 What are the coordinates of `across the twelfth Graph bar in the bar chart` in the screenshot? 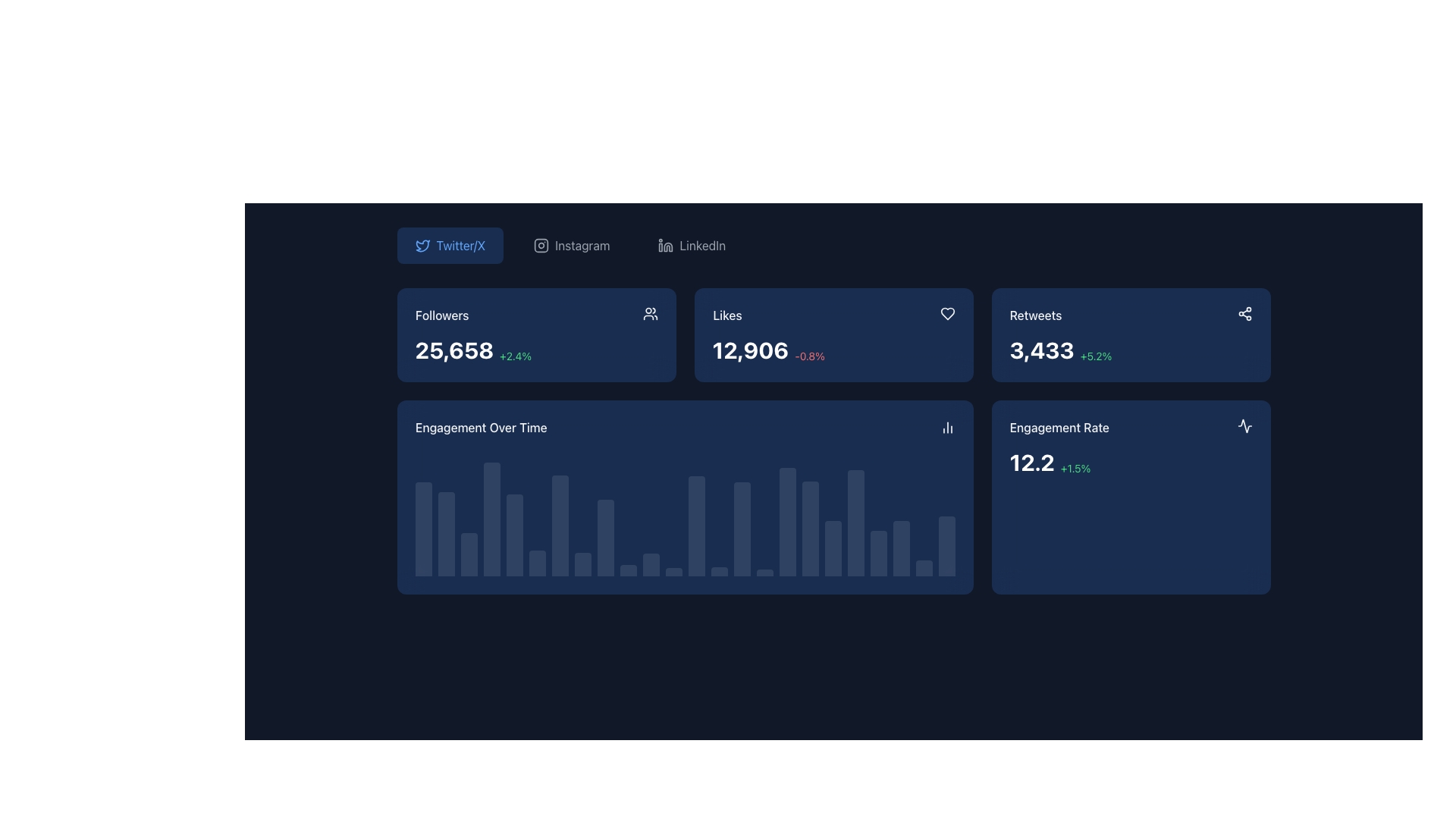 It's located at (673, 572).